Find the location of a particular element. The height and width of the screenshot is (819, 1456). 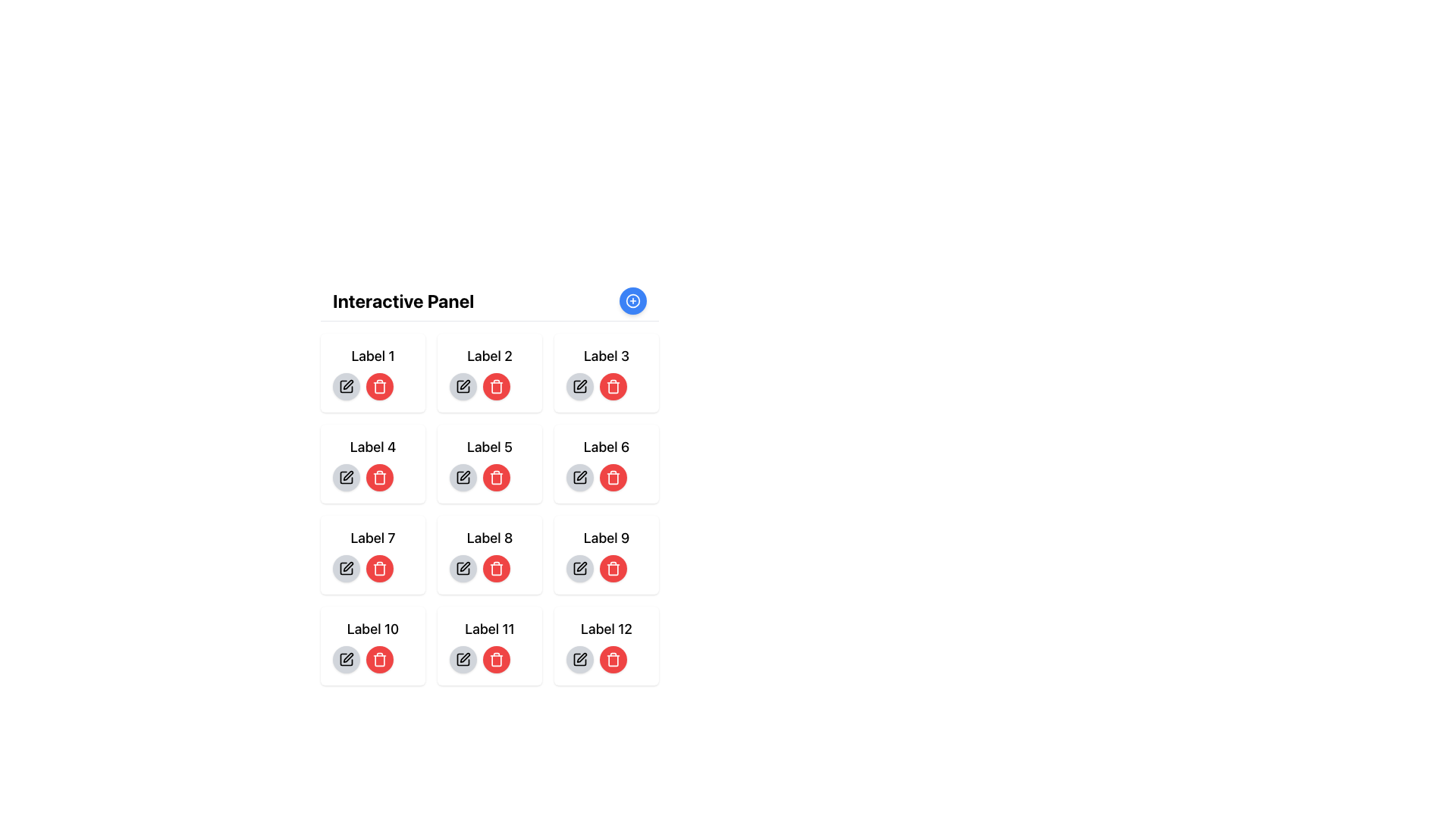

the delete icon button located in the second row and second column of the grid under the 'Interactive Panel' heading is located at coordinates (379, 476).